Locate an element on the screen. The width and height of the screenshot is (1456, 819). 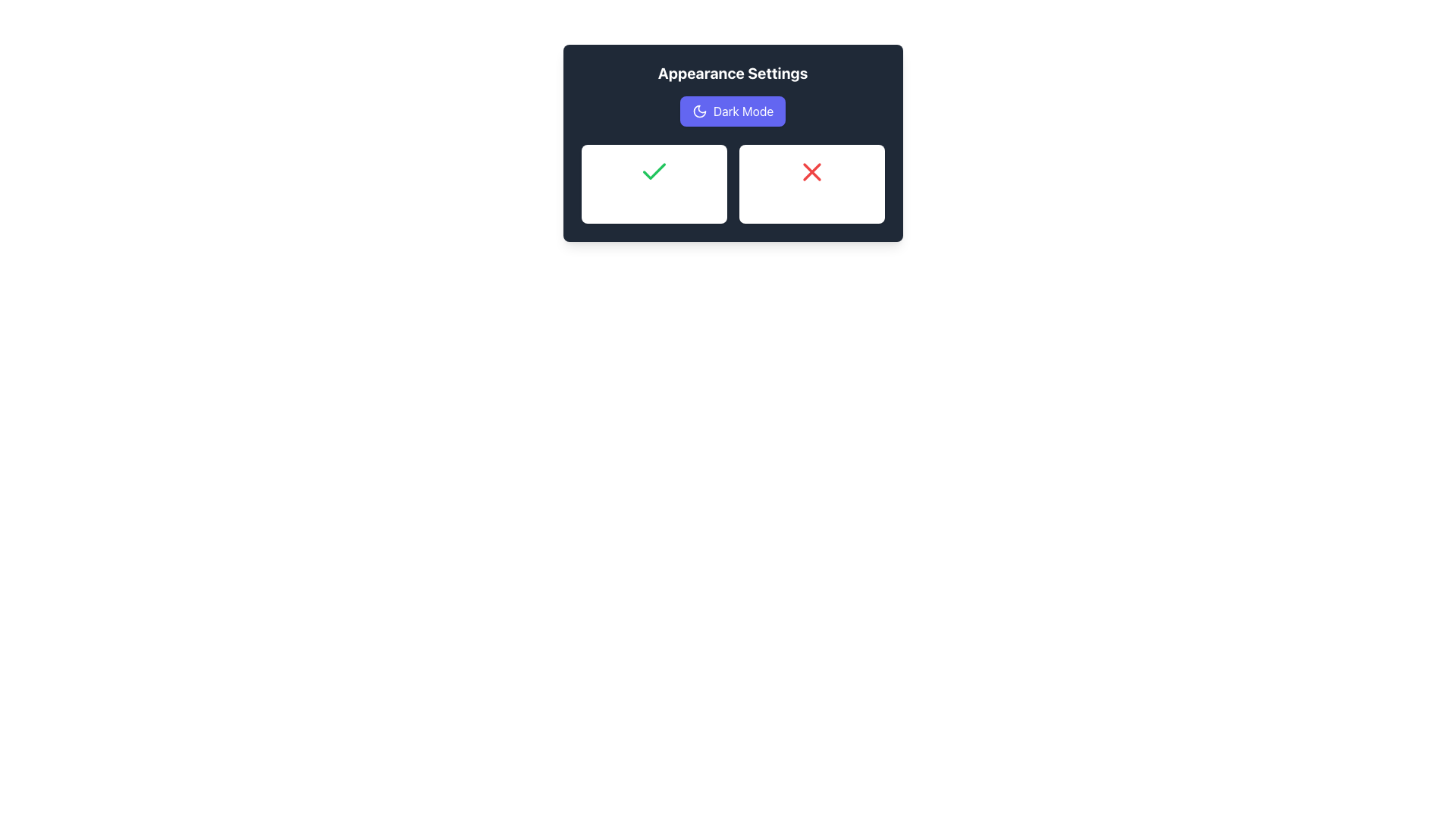
the confirmation icon located under the 'Appearance Settings' heading is located at coordinates (654, 171).